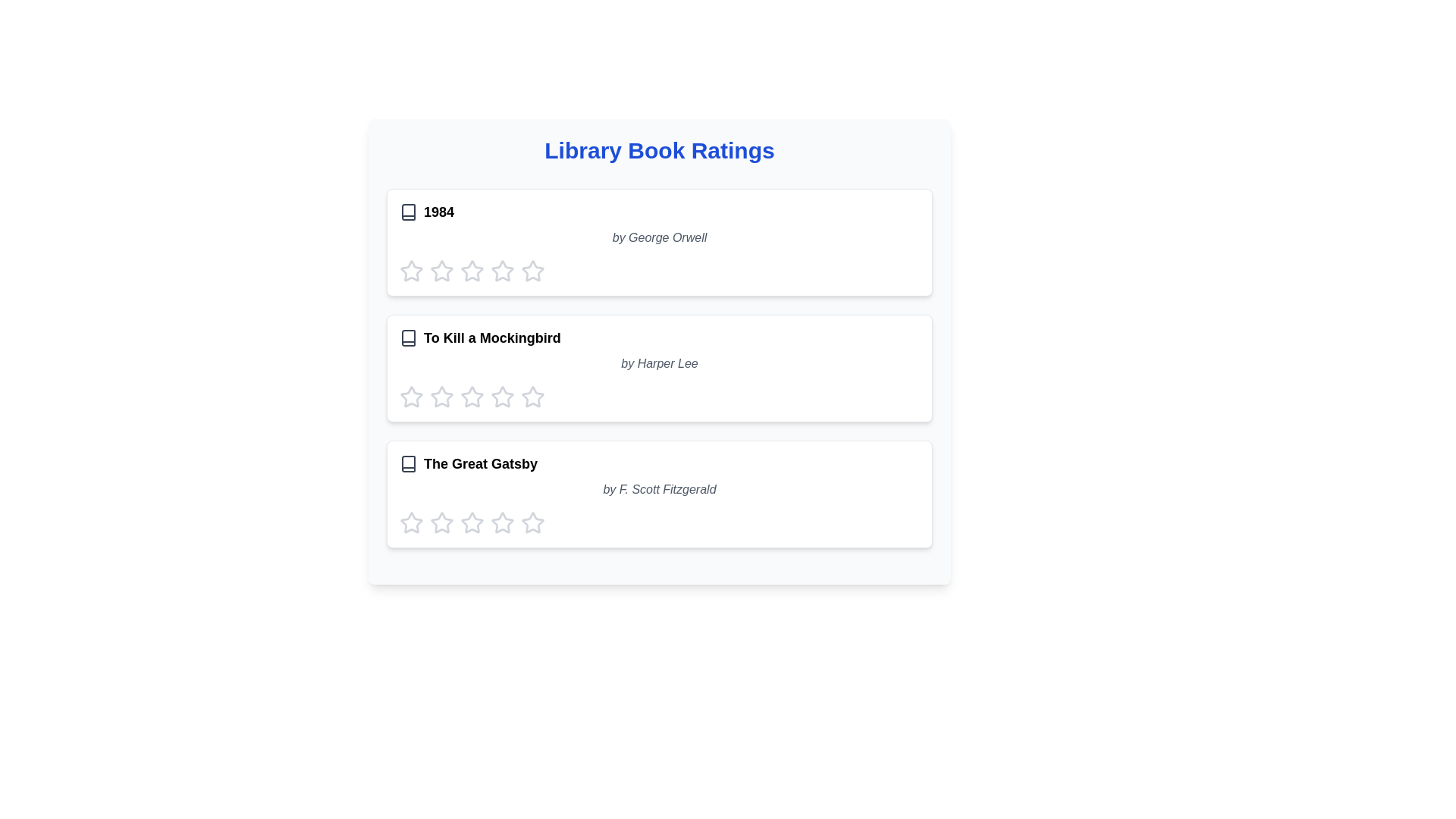 The height and width of the screenshot is (819, 1456). Describe the element at coordinates (502, 271) in the screenshot. I see `the sixth star icon in the rating row for the book '1984' by George Orwell, which is styled in a hollow outline format and has a light gray color` at that location.